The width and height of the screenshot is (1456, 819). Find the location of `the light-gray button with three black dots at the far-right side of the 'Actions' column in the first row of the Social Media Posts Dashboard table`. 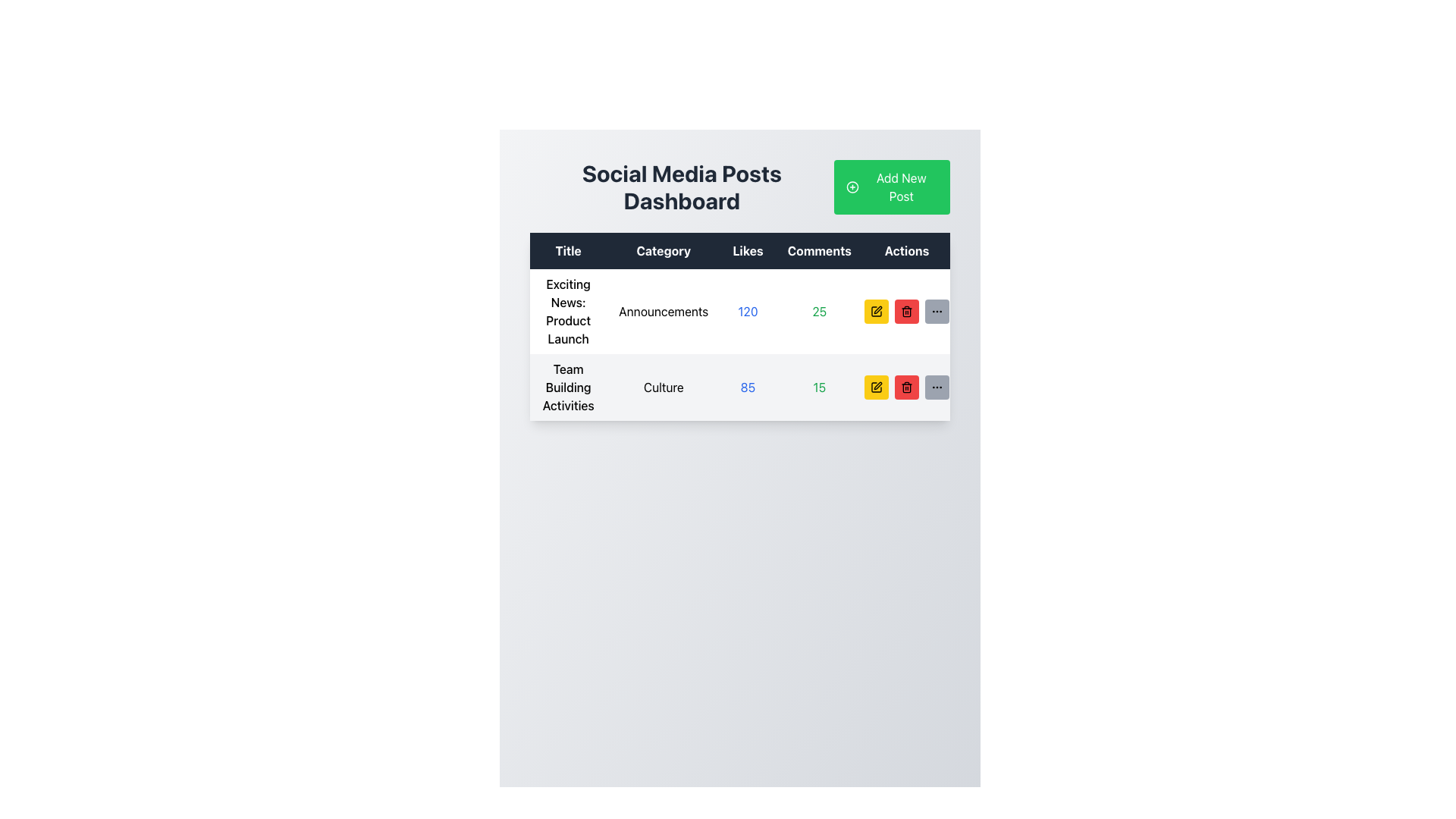

the light-gray button with three black dots at the far-right side of the 'Actions' column in the first row of the Social Media Posts Dashboard table is located at coordinates (937, 311).